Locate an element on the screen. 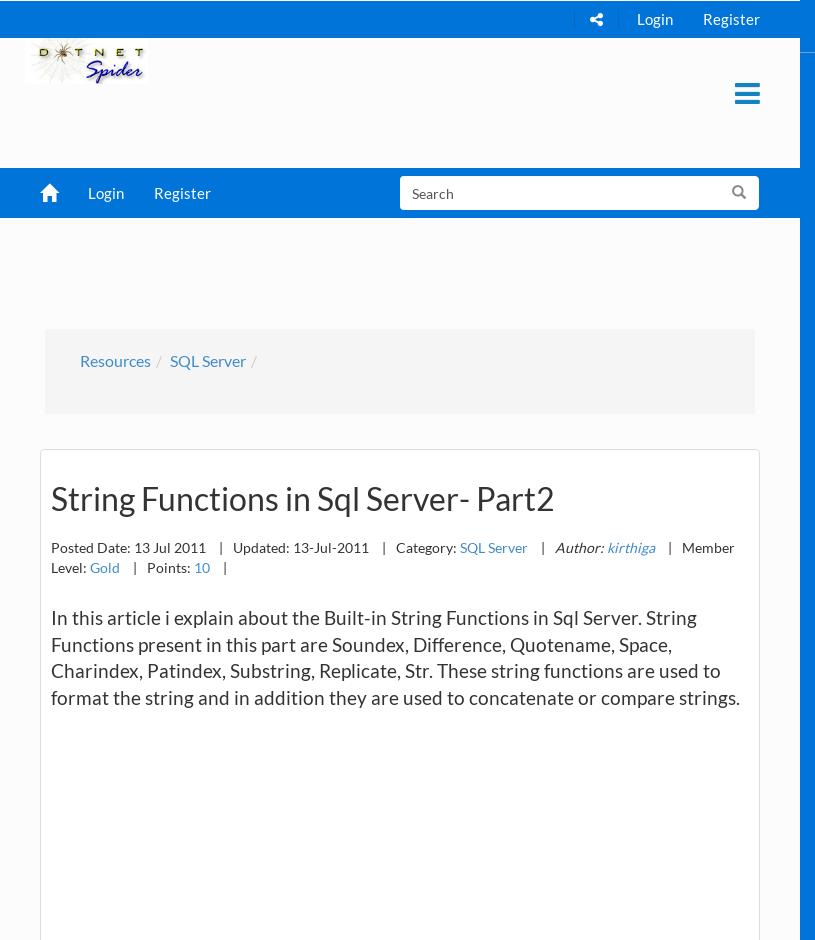 The height and width of the screenshot is (940, 815). 'Posted Date:' is located at coordinates (91, 545).